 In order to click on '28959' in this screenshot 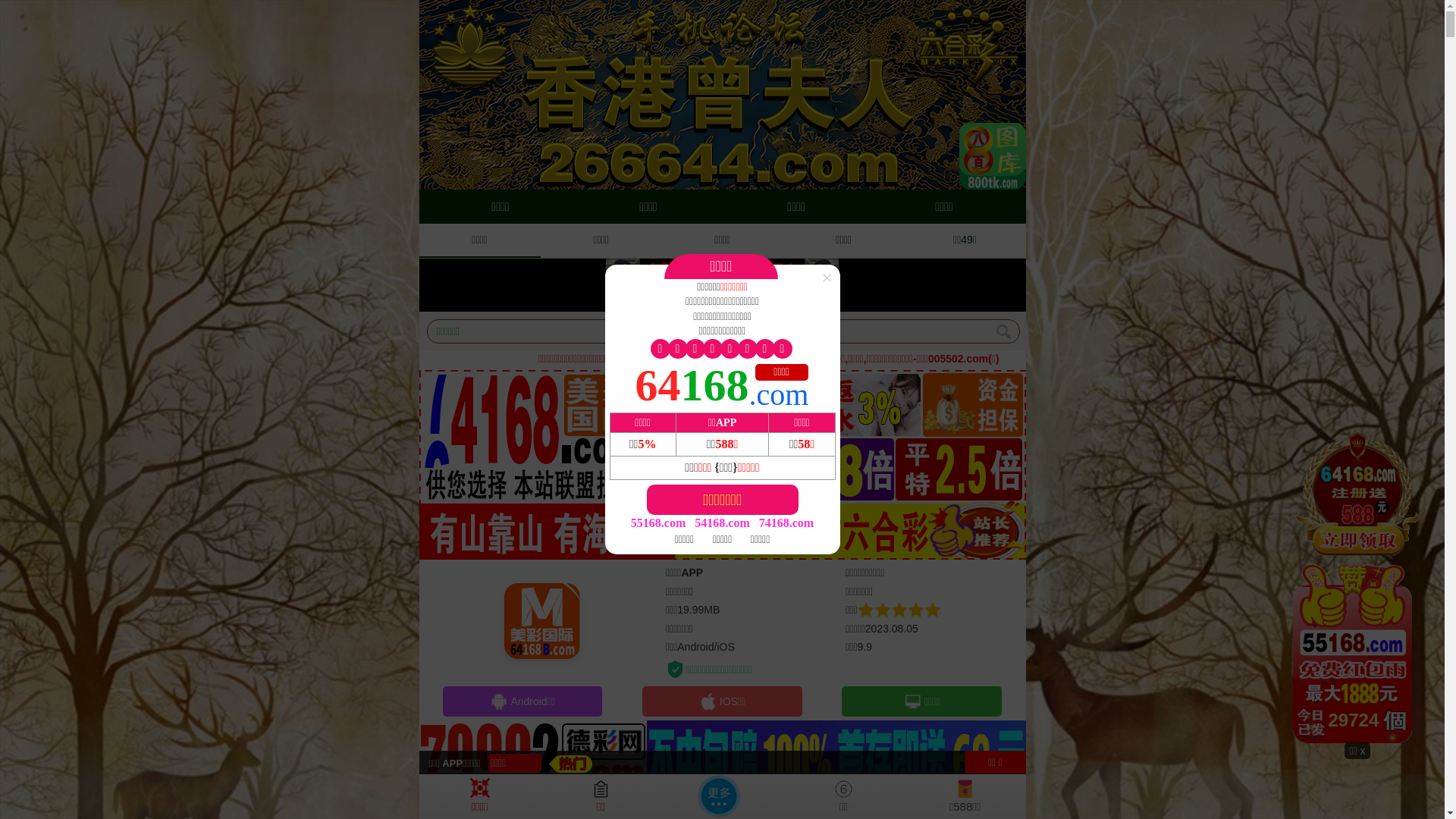, I will do `click(1357, 584)`.